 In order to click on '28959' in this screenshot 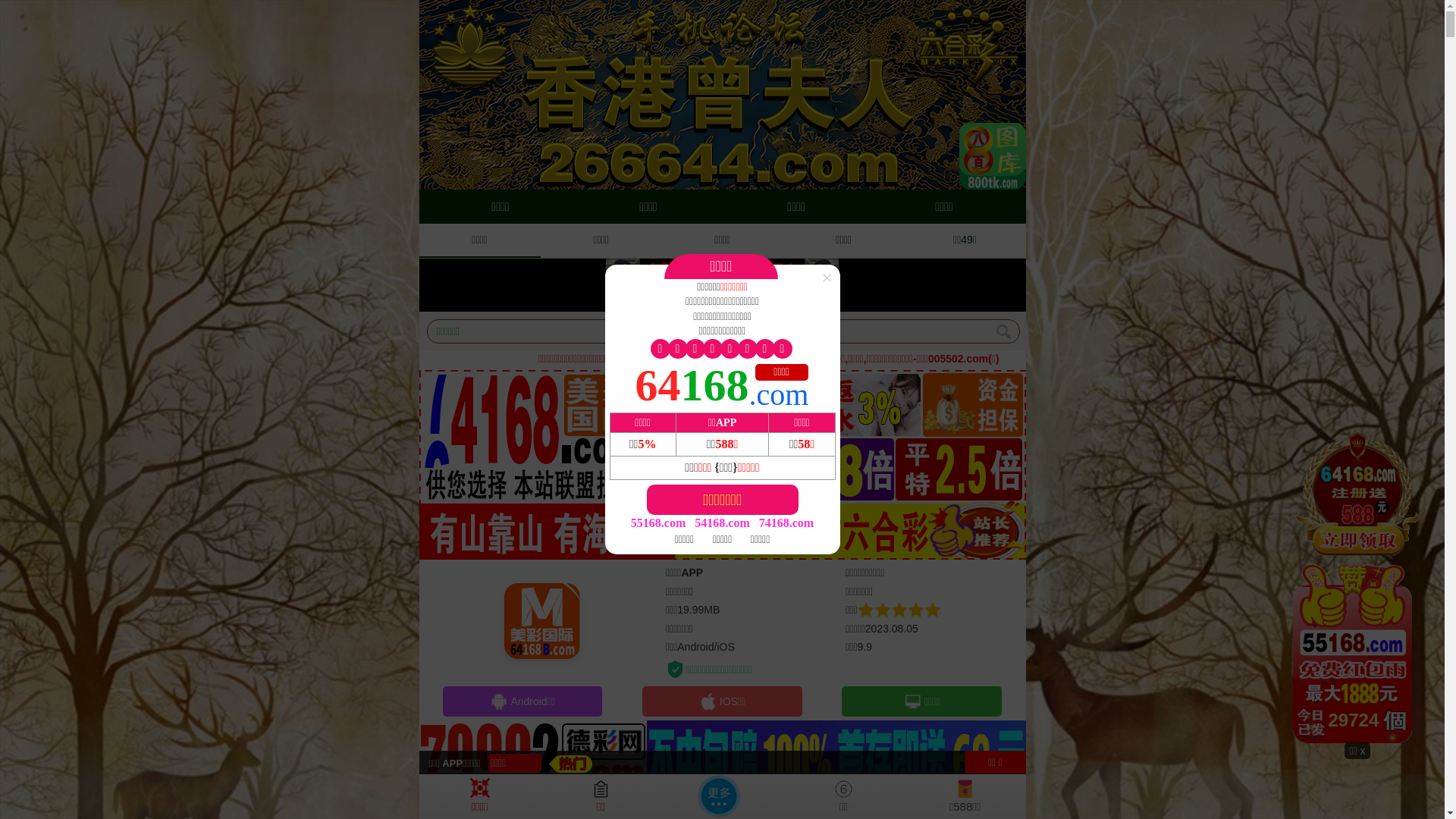, I will do `click(1357, 584)`.